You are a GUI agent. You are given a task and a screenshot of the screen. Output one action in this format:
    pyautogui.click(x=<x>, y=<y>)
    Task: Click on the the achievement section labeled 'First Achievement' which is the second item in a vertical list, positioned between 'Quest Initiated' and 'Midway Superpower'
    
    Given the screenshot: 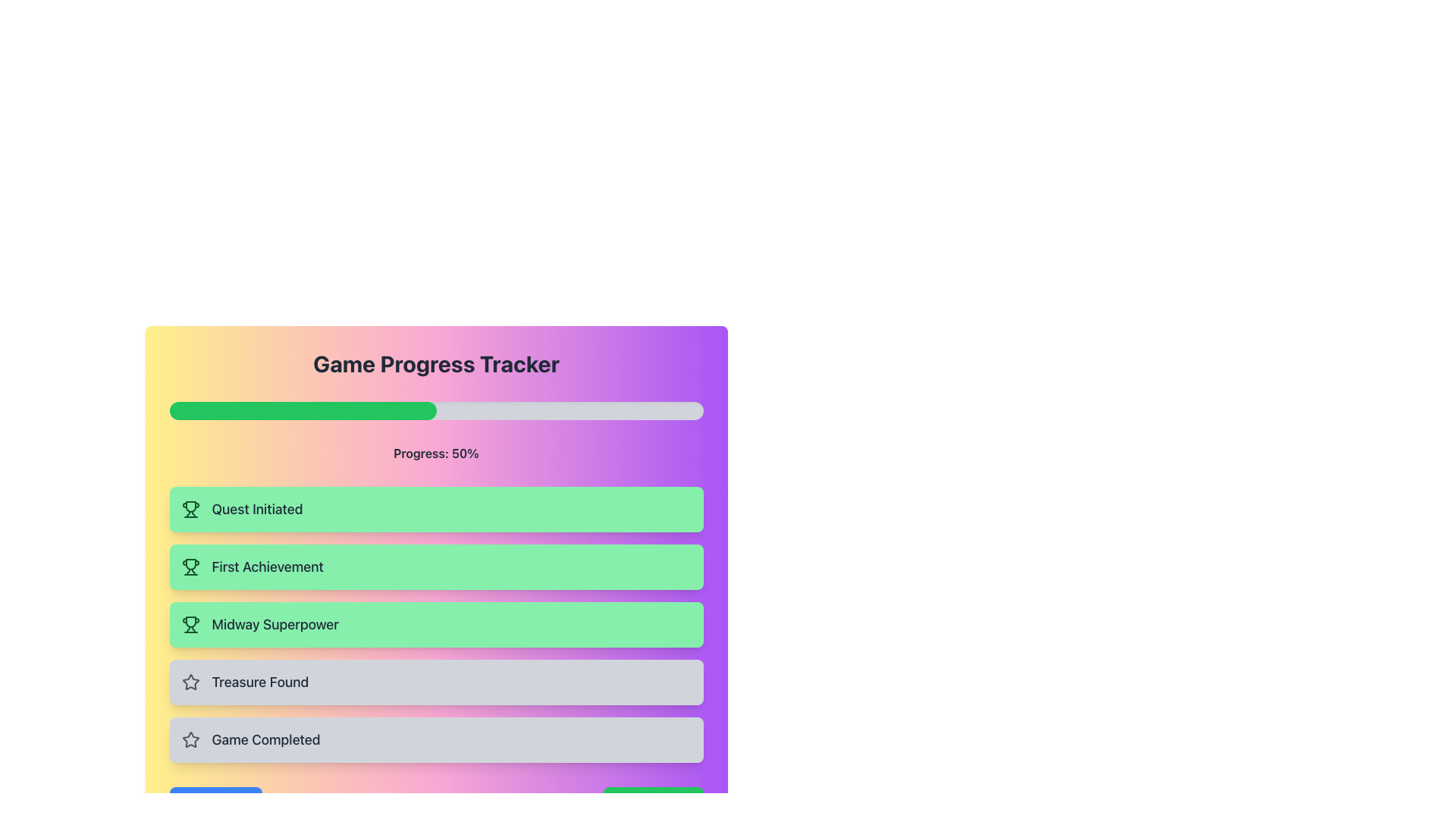 What is the action you would take?
    pyautogui.click(x=435, y=567)
    